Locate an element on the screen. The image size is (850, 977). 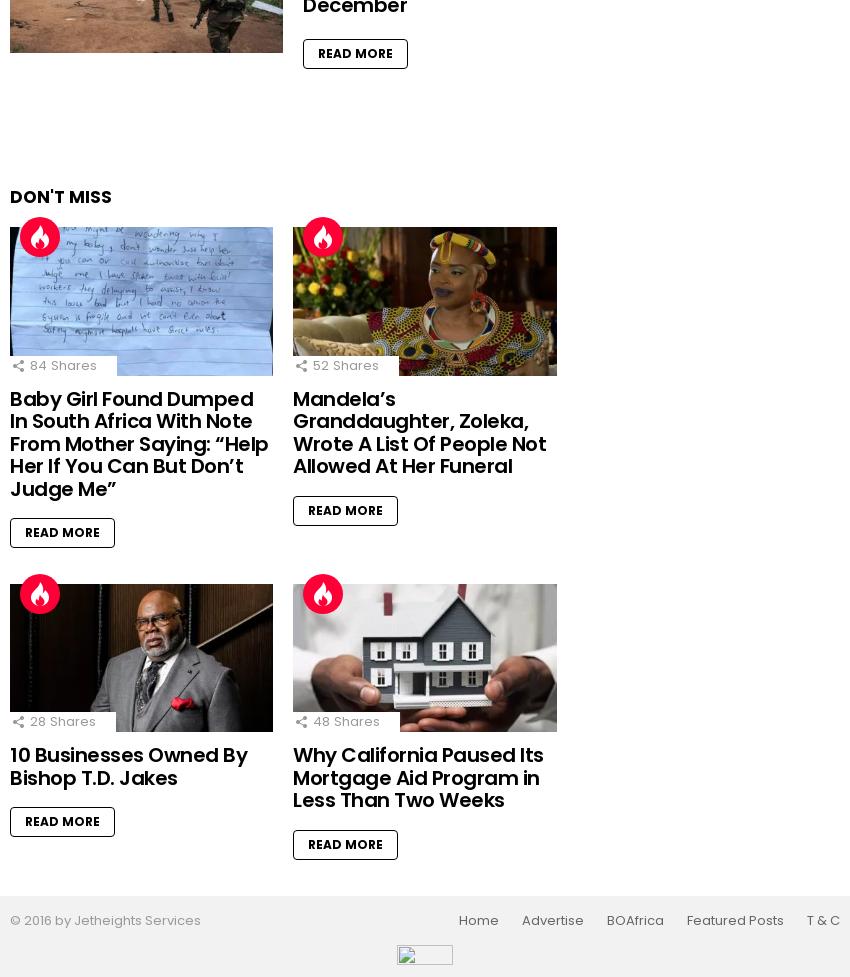
'28' is located at coordinates (36, 721).